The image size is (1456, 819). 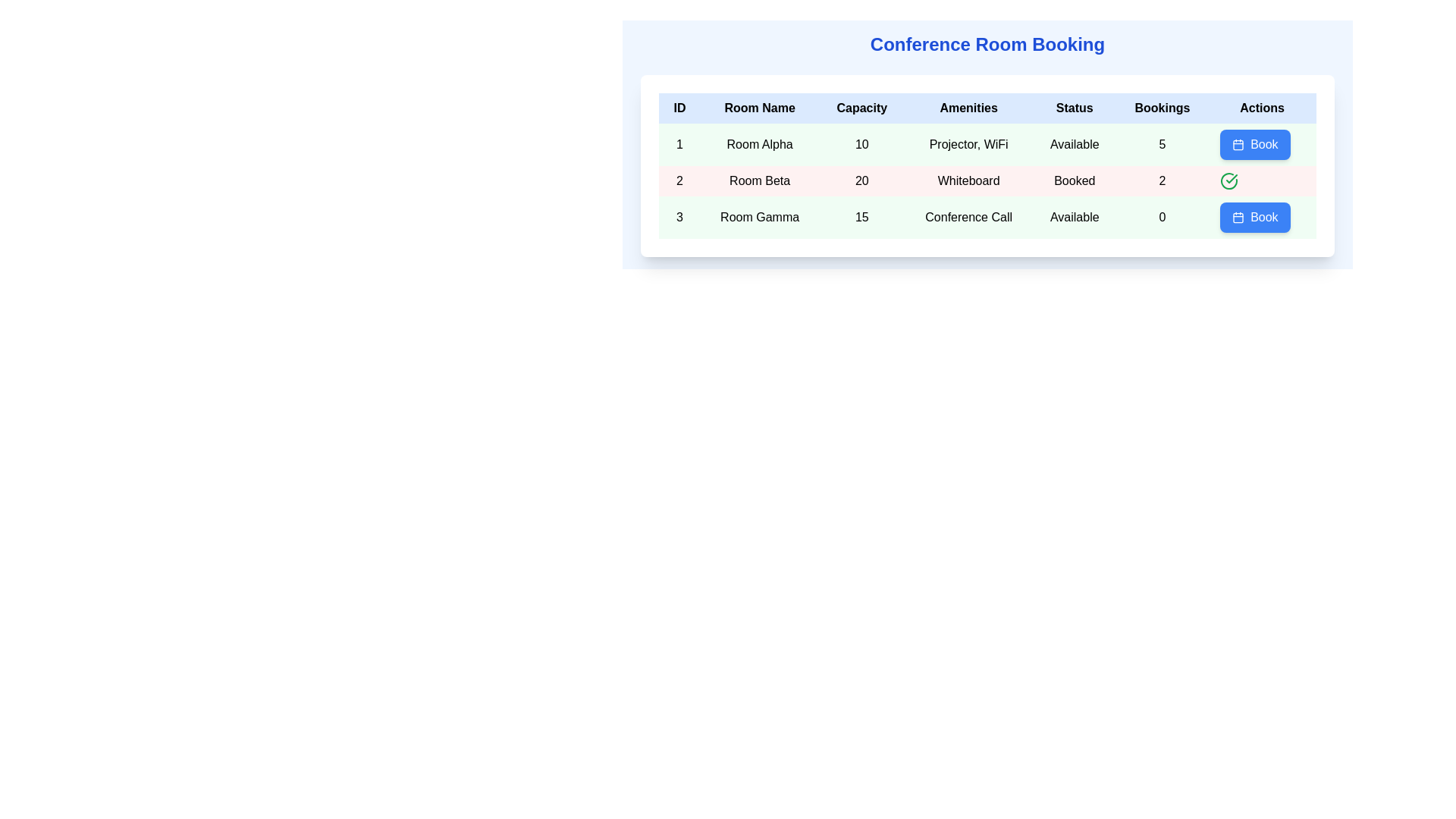 What do you see at coordinates (679, 145) in the screenshot?
I see `the text label in the first column and first row of the table, which displays the number '1'` at bounding box center [679, 145].